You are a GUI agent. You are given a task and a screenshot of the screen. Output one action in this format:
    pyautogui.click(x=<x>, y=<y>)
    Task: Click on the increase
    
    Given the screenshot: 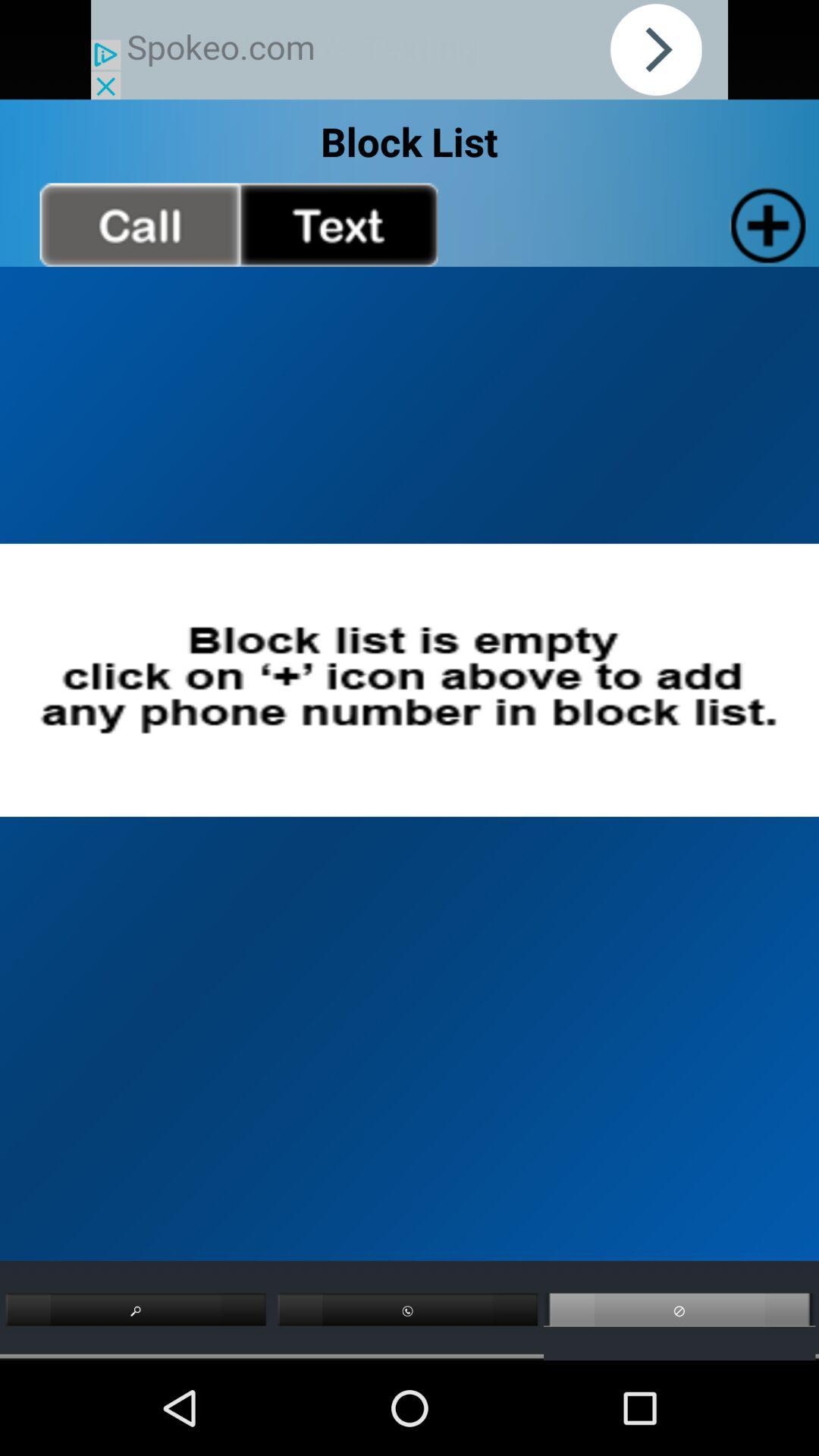 What is the action you would take?
    pyautogui.click(x=765, y=224)
    